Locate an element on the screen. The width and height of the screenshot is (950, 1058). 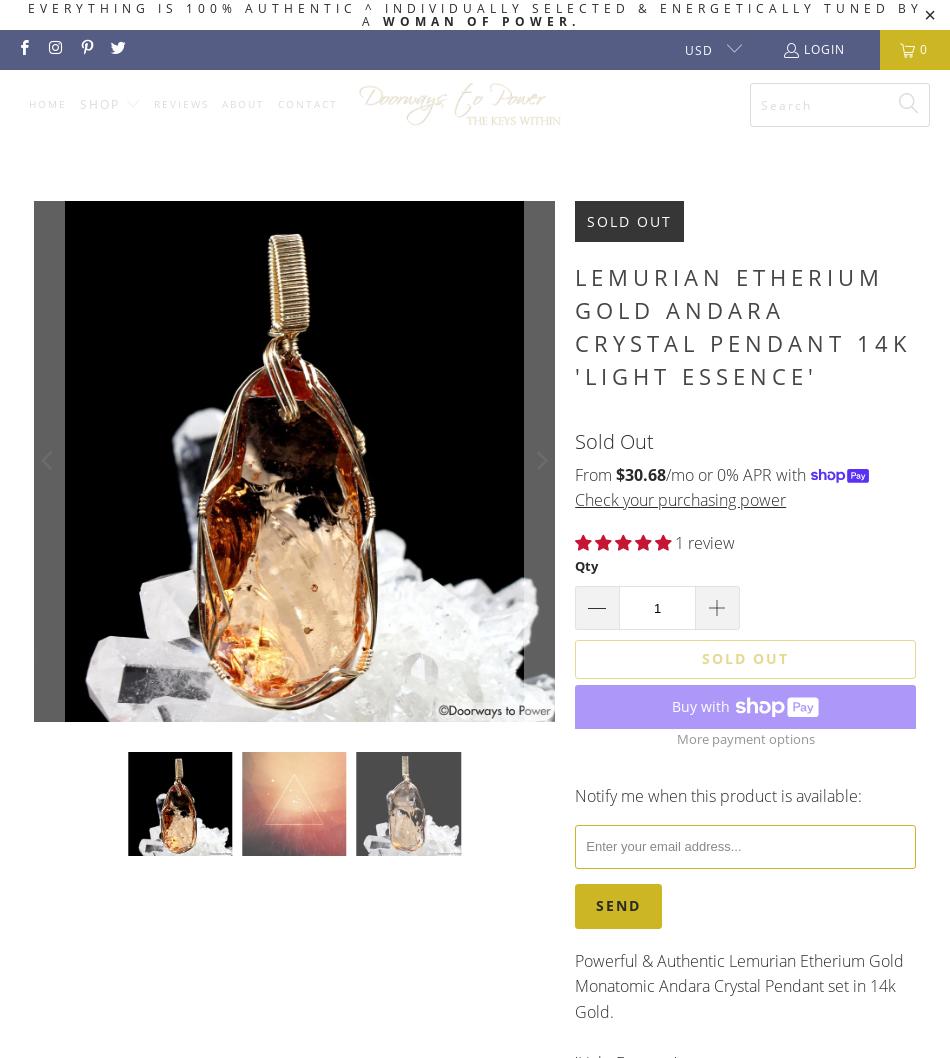
'Shop All Crystals' is located at coordinates (162, 153).